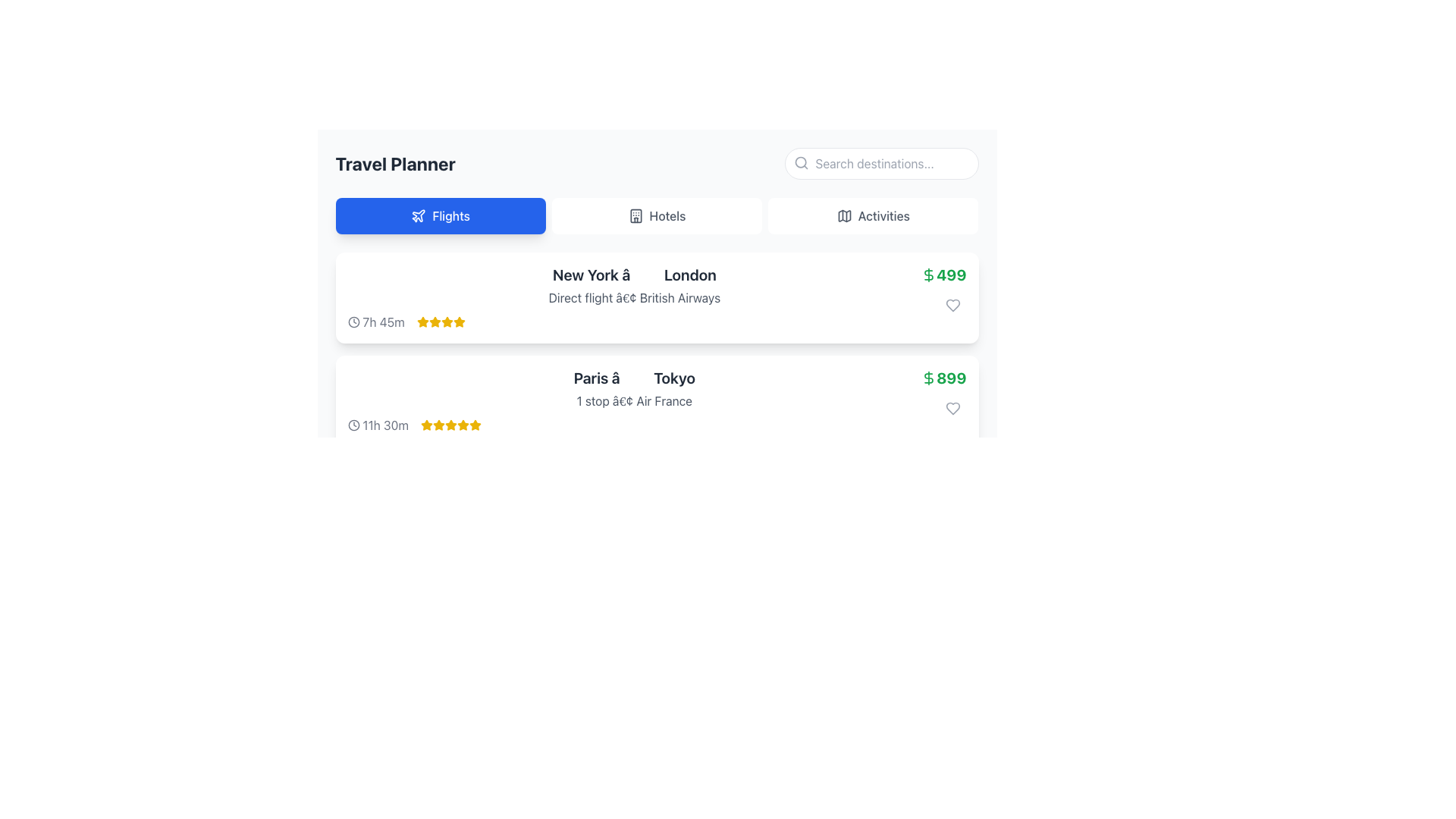  What do you see at coordinates (634, 400) in the screenshot?
I see `the second flight option in the travel options list` at bounding box center [634, 400].